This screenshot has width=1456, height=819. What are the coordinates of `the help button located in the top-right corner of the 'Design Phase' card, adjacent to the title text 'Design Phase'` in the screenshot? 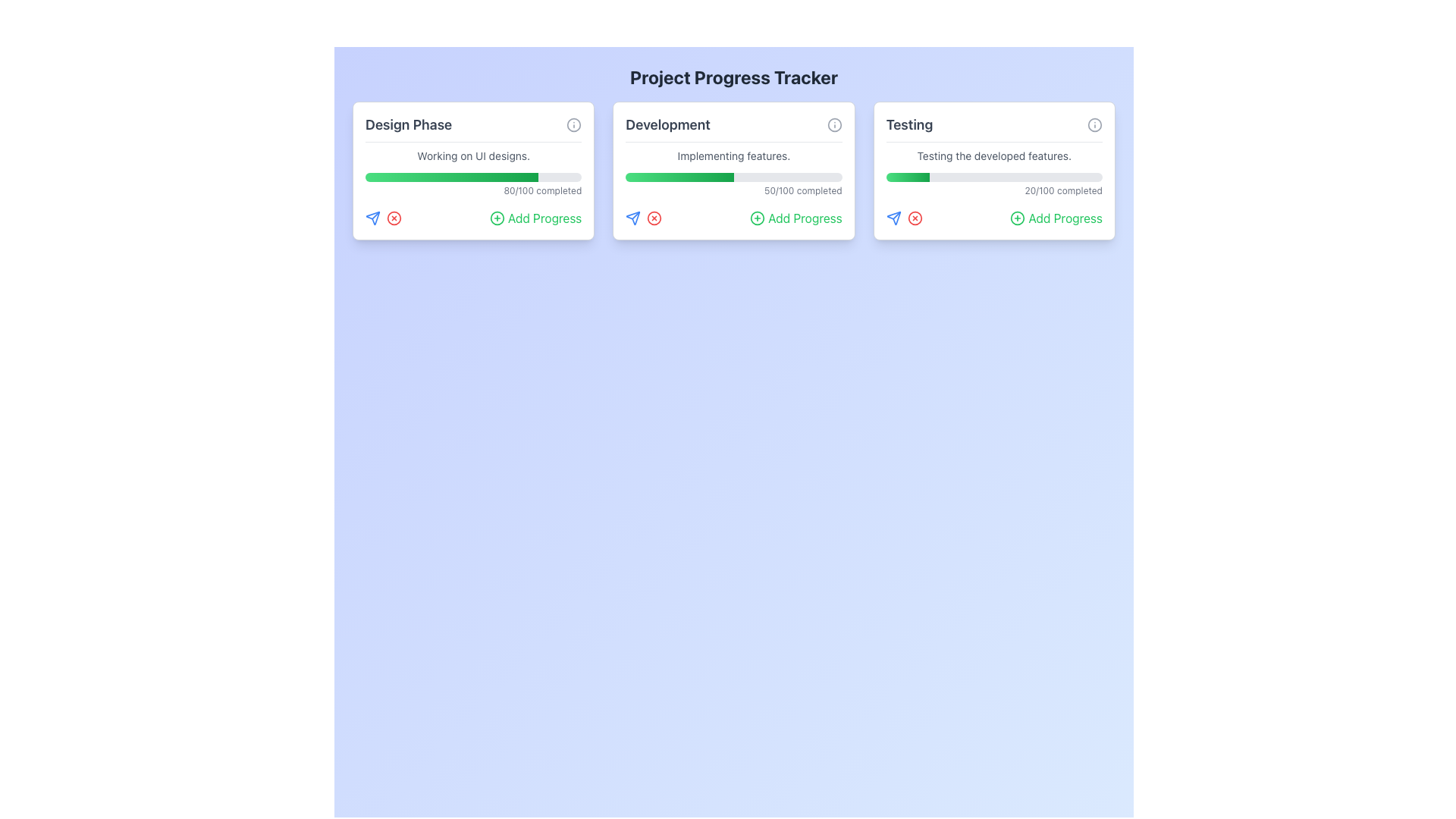 It's located at (573, 124).